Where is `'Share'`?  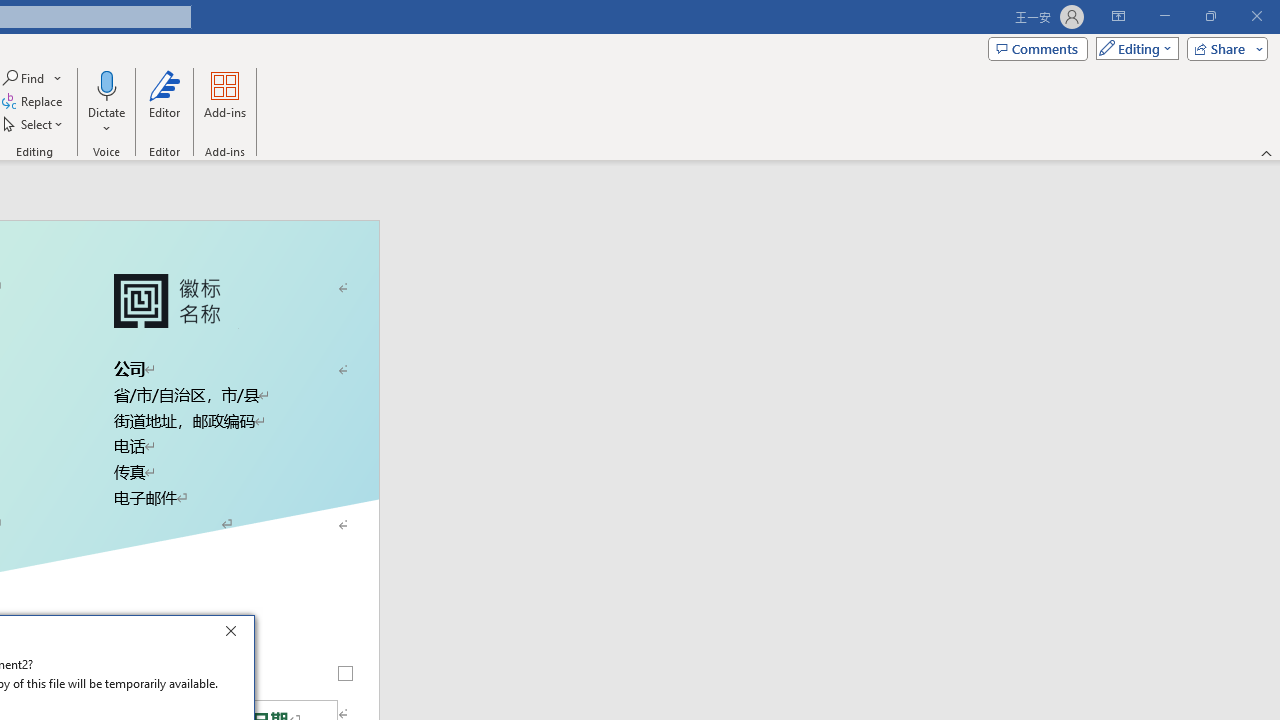 'Share' is located at coordinates (1222, 47).